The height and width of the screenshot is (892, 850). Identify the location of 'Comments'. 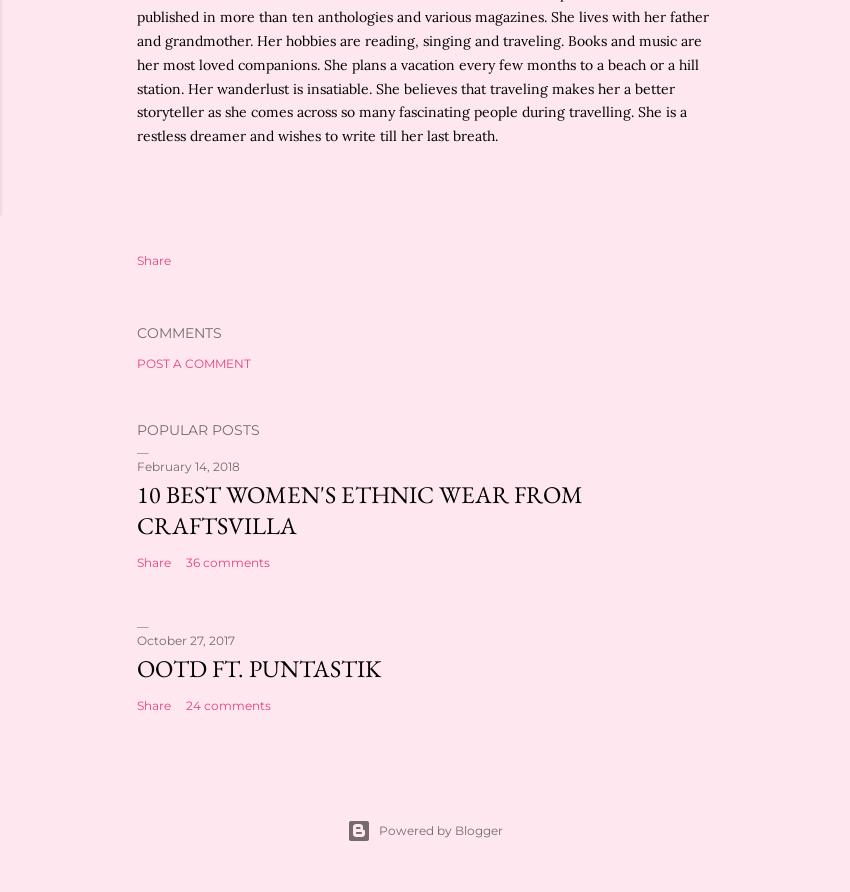
(137, 332).